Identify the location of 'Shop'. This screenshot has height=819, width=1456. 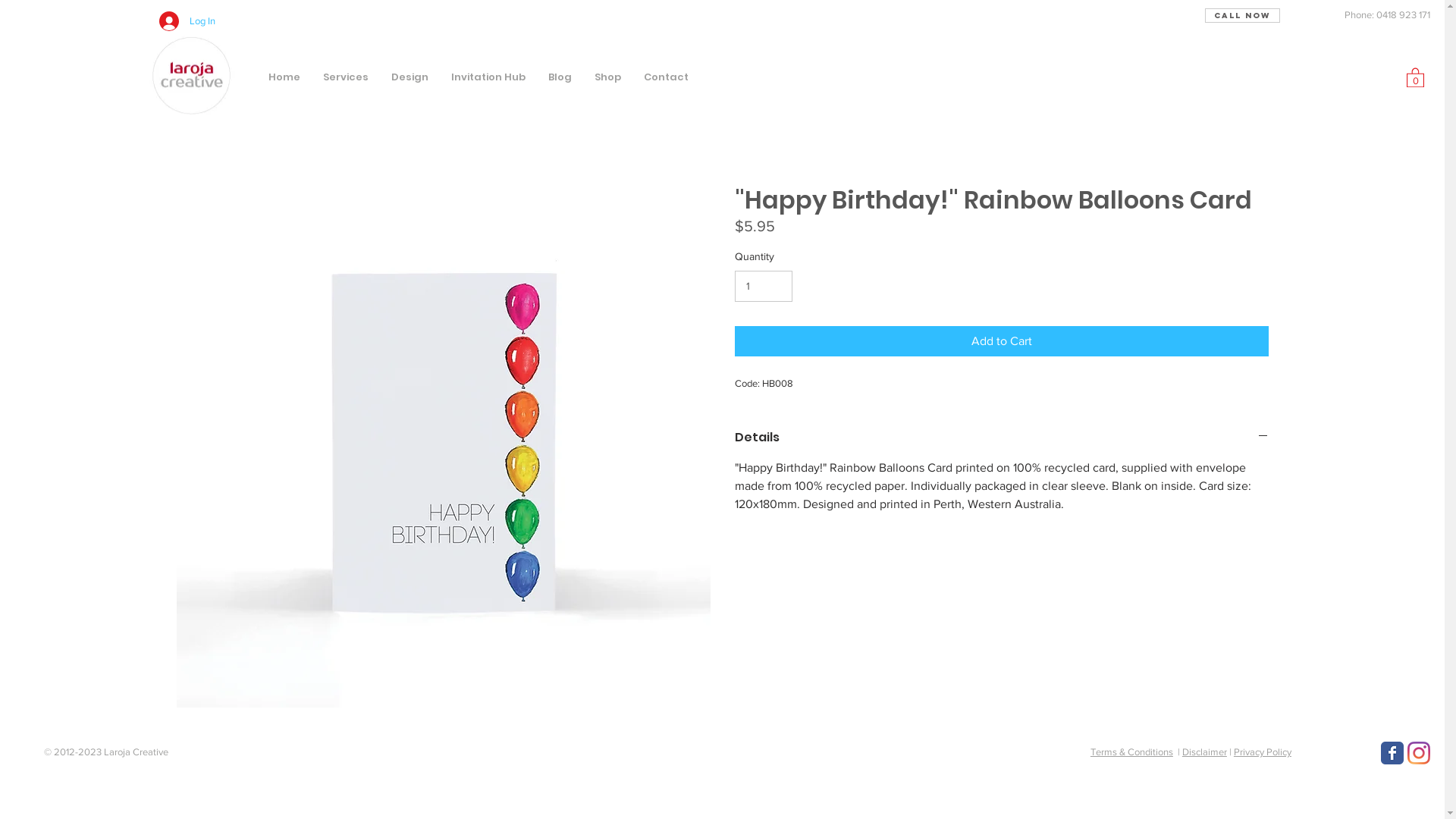
(607, 76).